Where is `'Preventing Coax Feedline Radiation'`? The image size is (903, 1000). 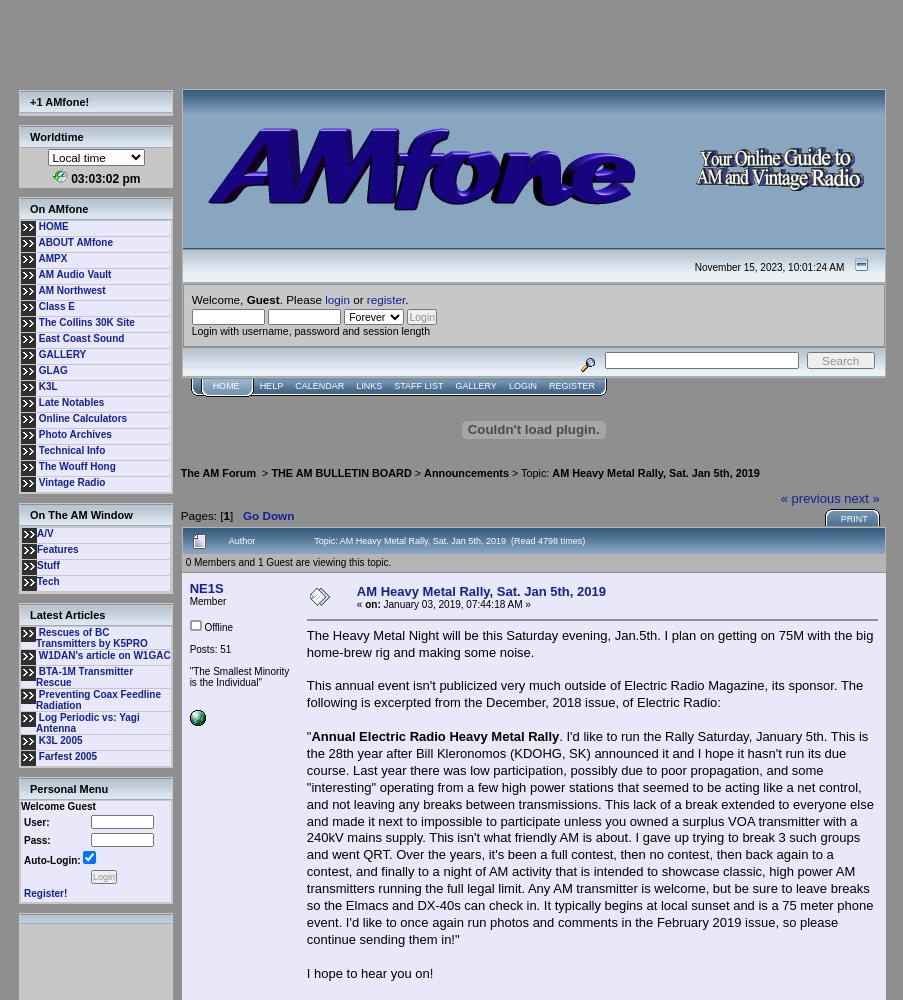 'Preventing Coax Feedline Radiation' is located at coordinates (98, 699).